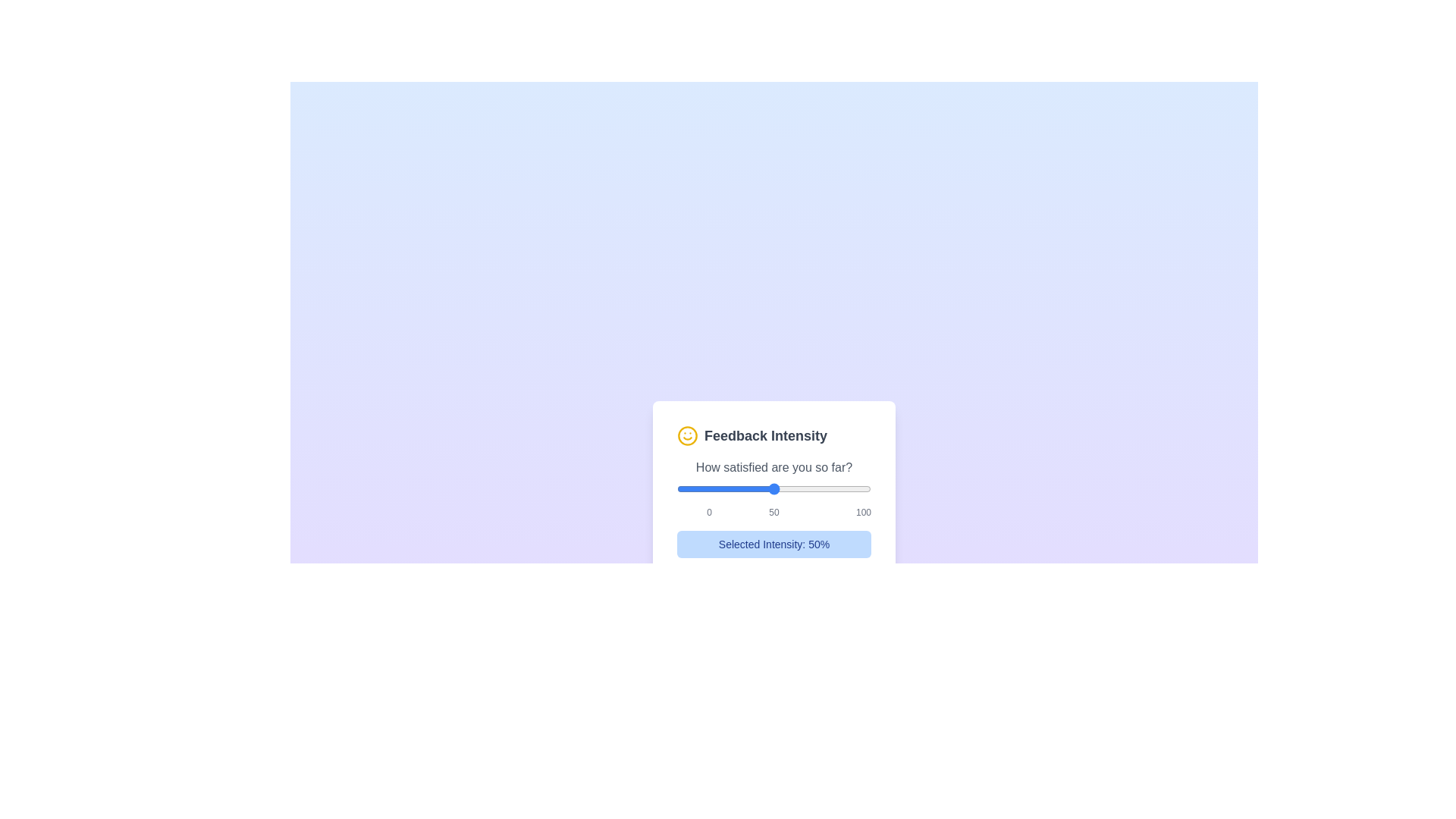  I want to click on the slider to set the satisfaction value to 6, so click(688, 488).